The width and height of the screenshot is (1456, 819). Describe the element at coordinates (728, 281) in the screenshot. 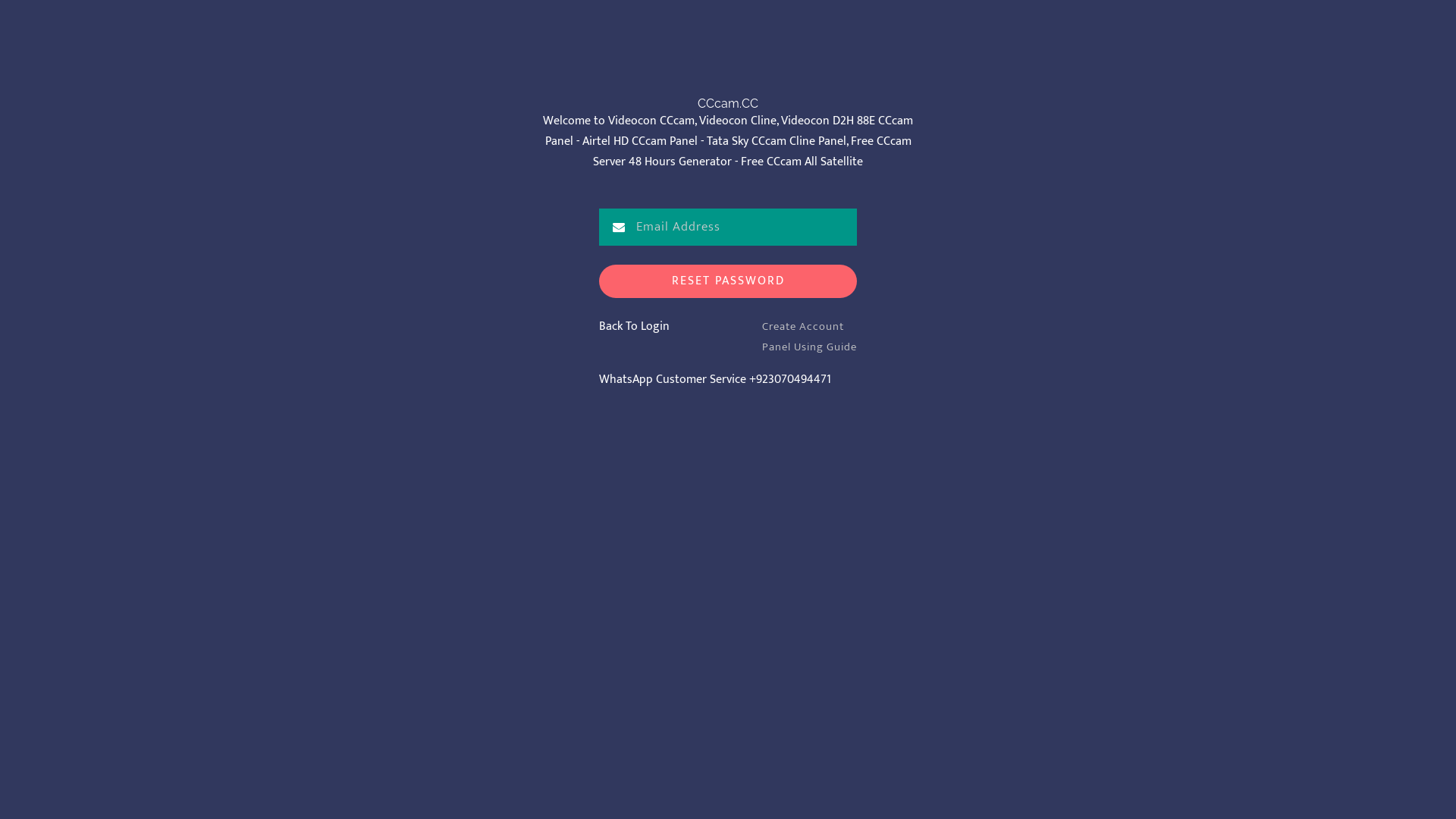

I see `'RESET PASSWORD'` at that location.